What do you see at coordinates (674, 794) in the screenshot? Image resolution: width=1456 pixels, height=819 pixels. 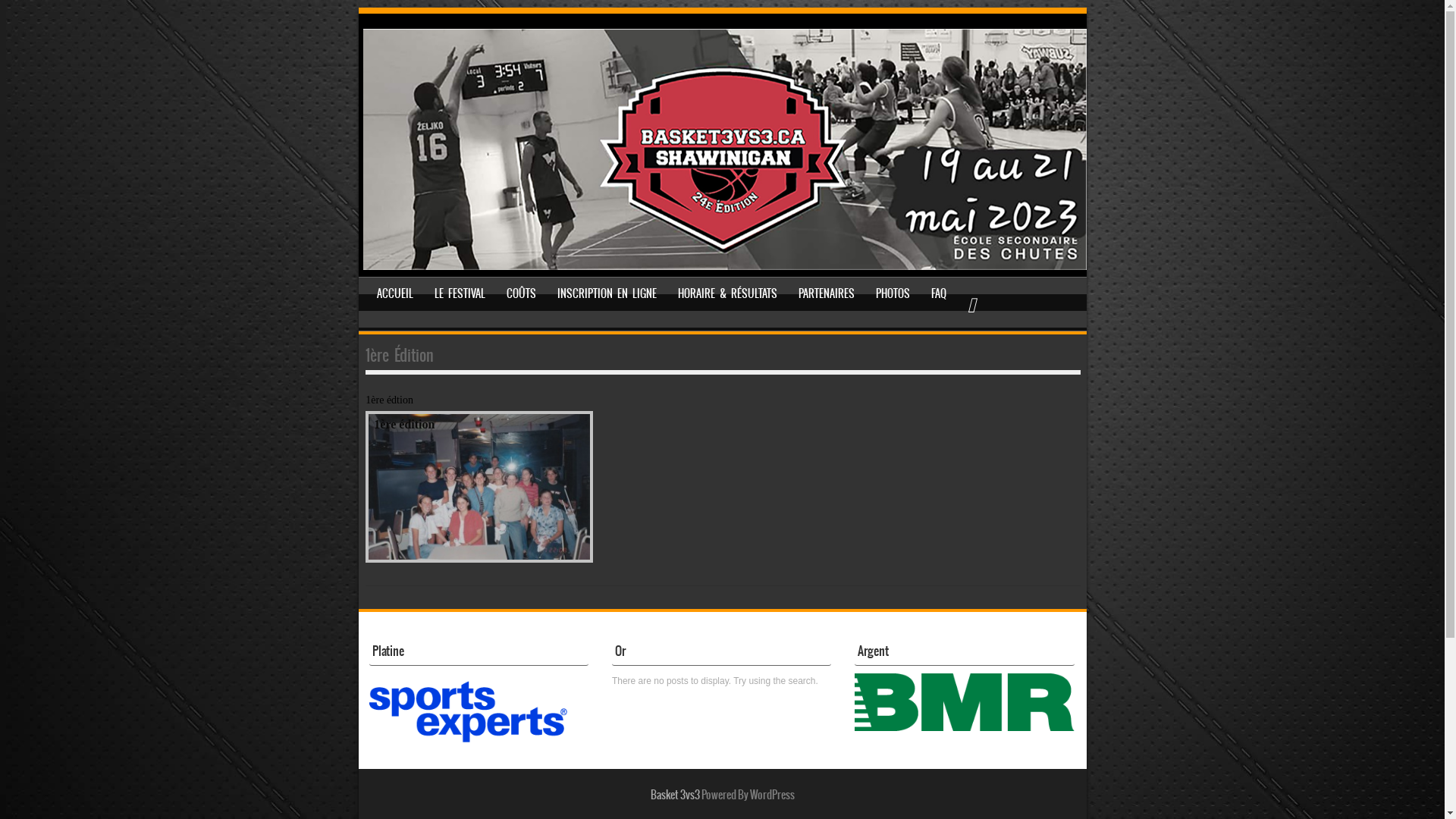 I see `'Basket 3vs3'` at bounding box center [674, 794].